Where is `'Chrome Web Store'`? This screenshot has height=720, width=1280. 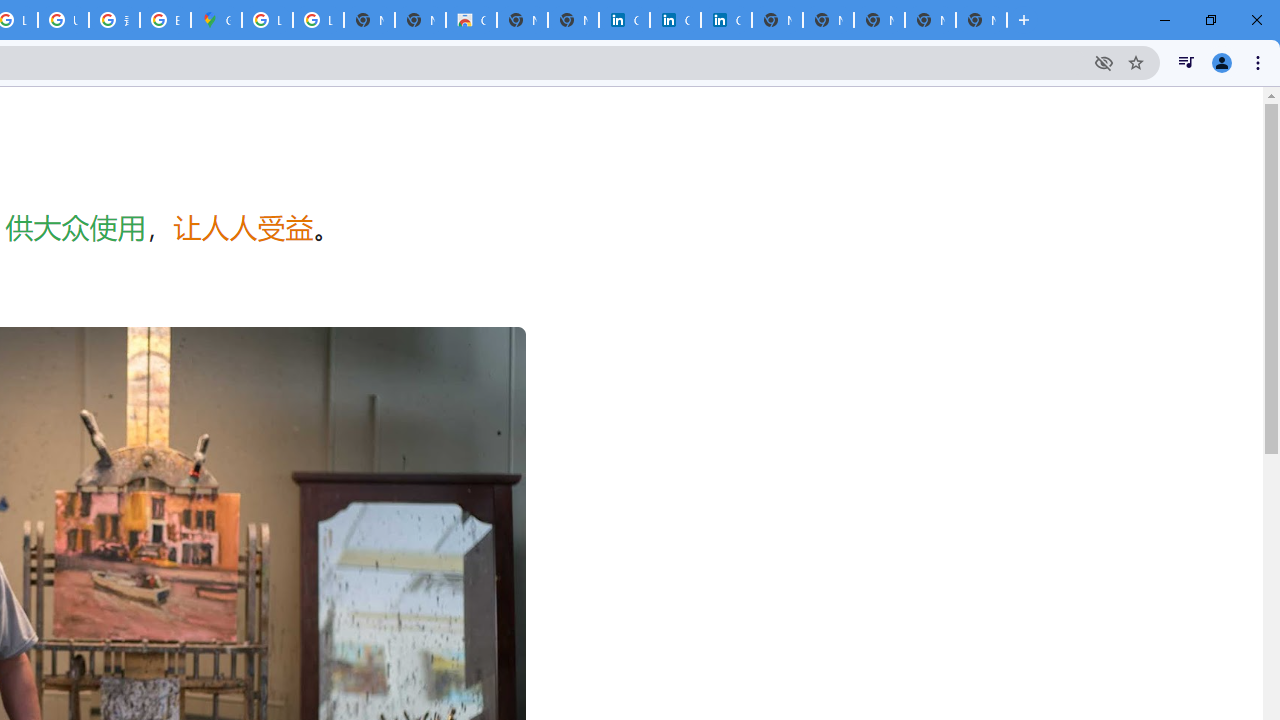
'Chrome Web Store' is located at coordinates (470, 20).